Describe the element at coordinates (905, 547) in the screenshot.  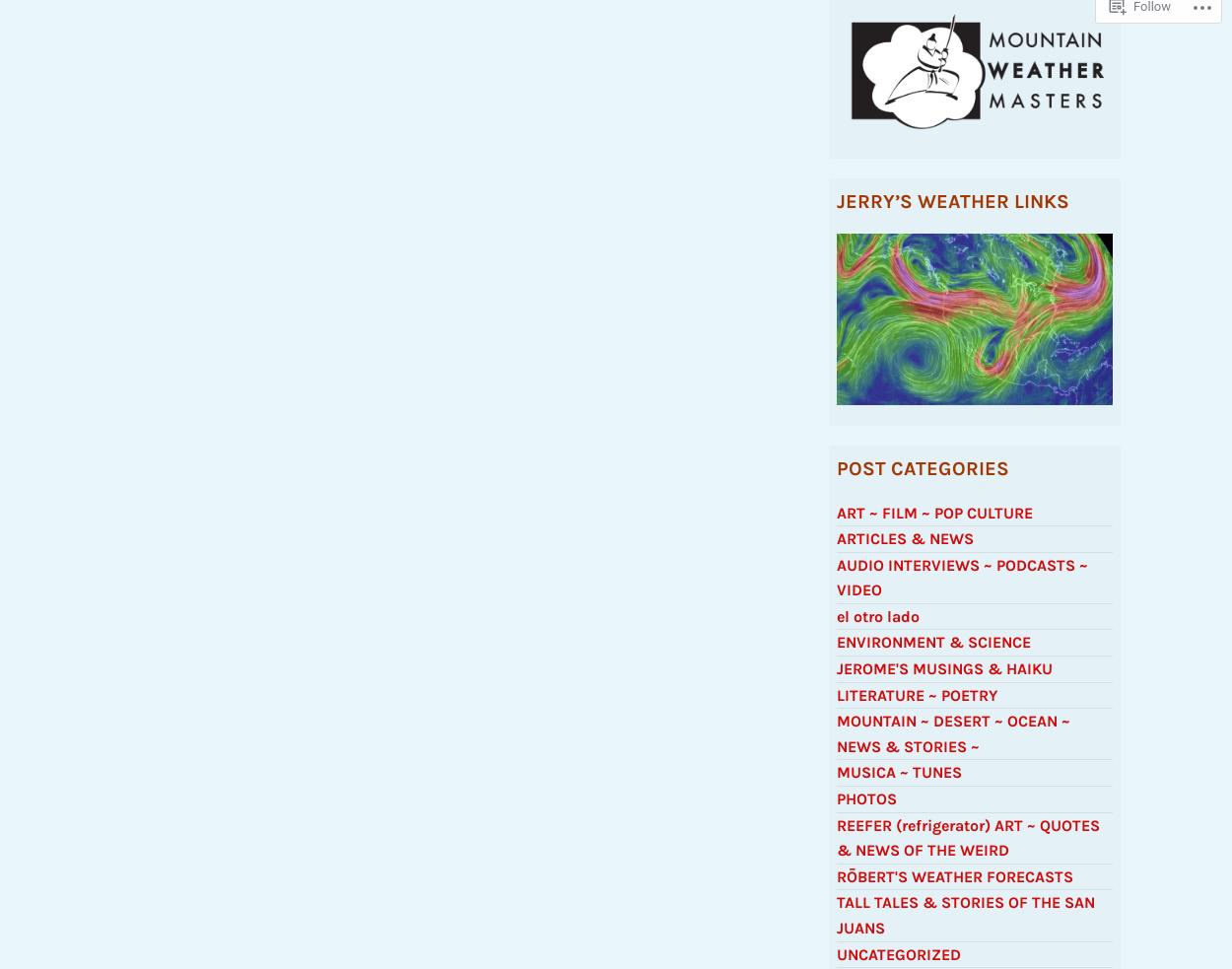
I see `'ARTICLES & NEWS'` at that location.